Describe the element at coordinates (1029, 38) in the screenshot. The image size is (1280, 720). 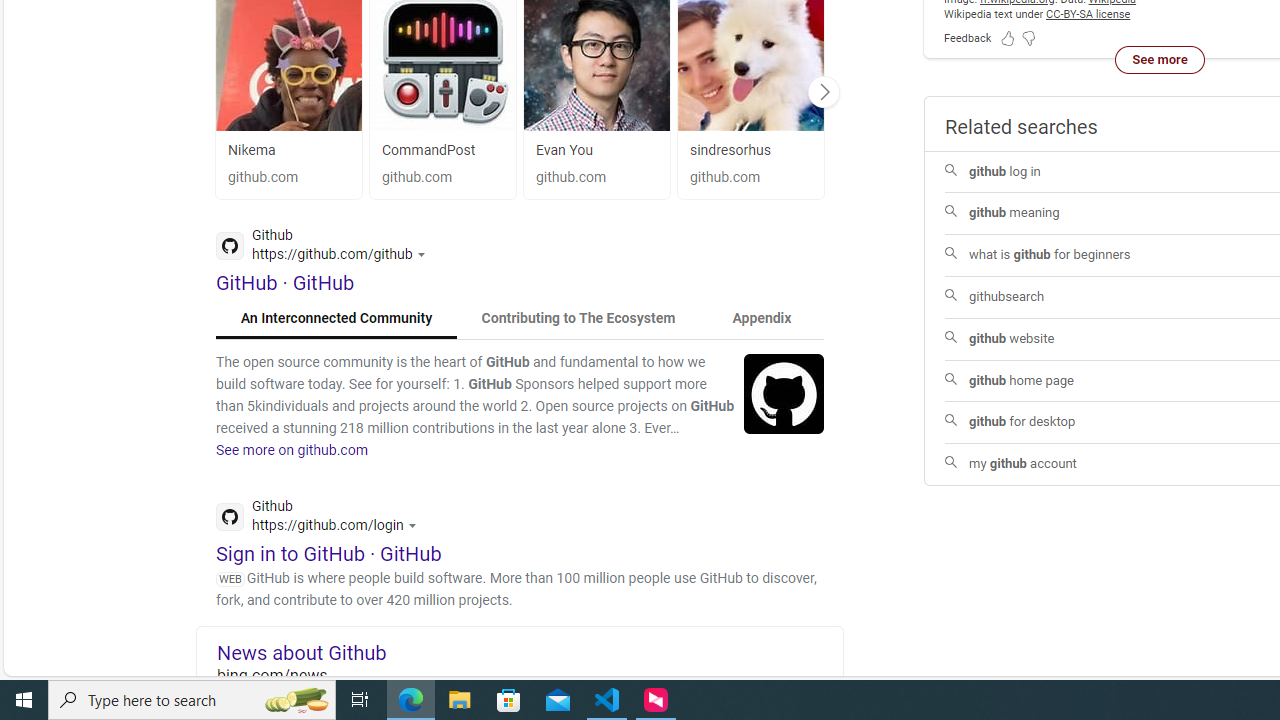
I see `'Feedback Dislike'` at that location.